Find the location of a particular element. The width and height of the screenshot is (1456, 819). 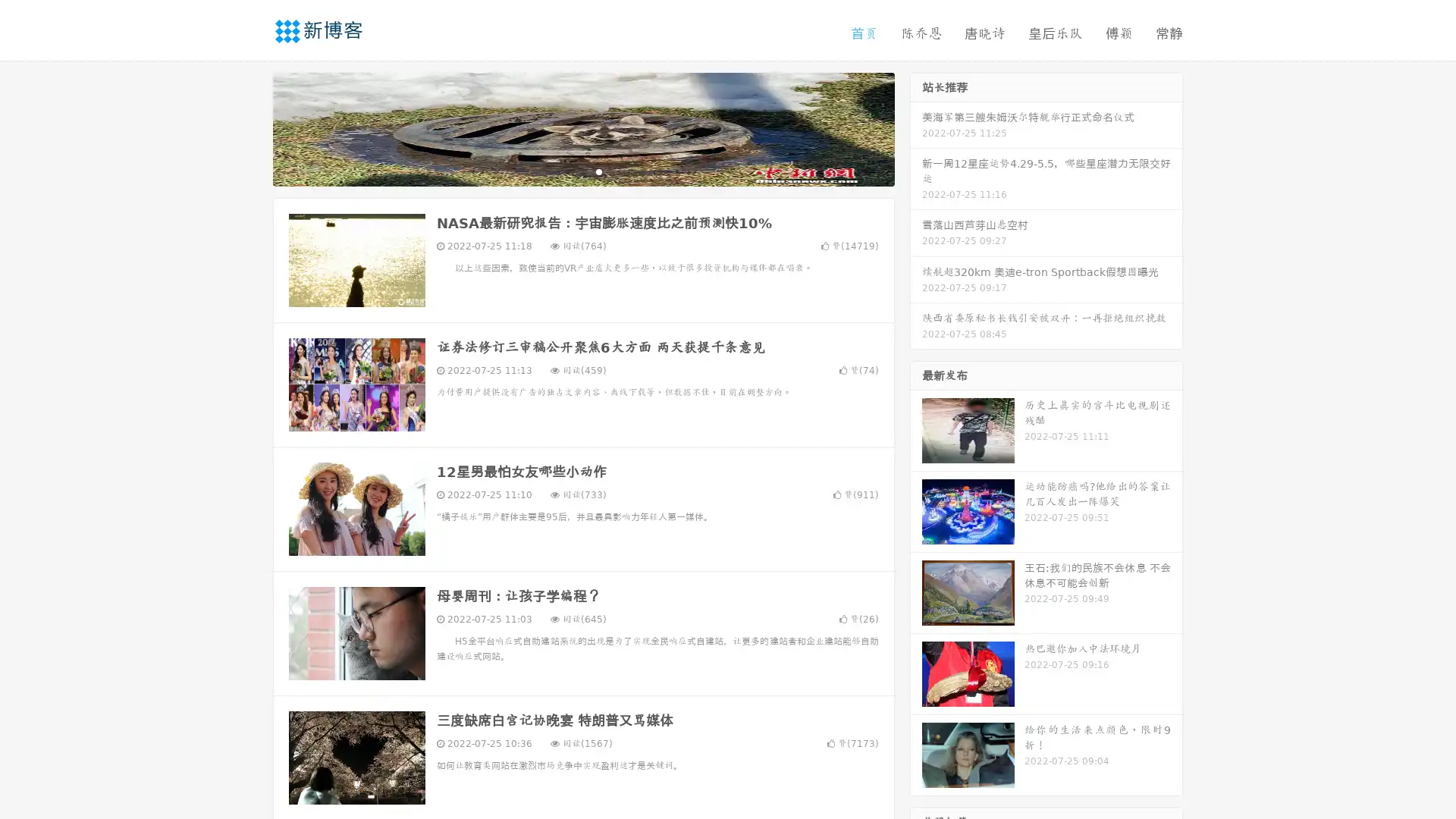

Previous slide is located at coordinates (250, 127).